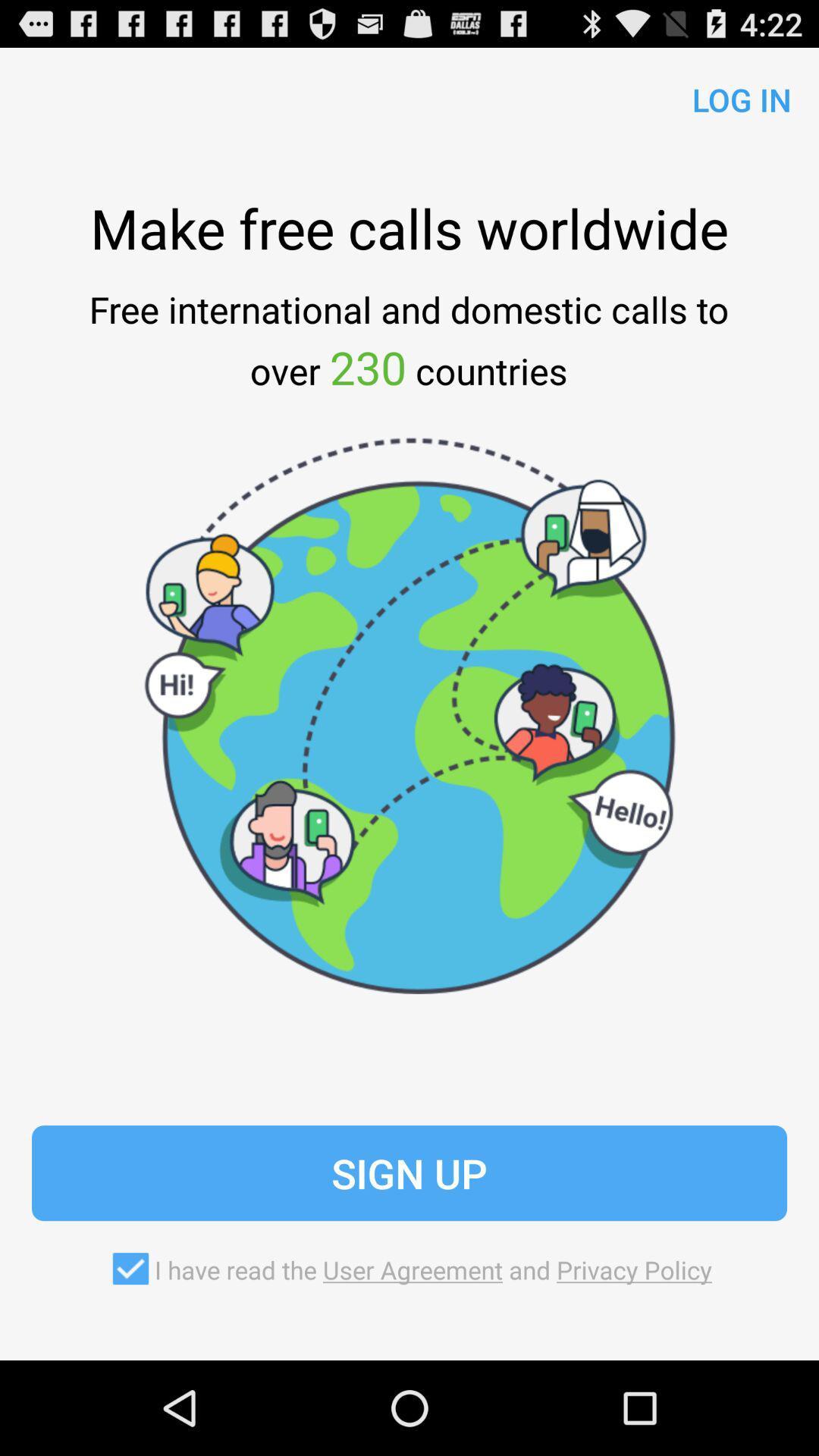  Describe the element at coordinates (409, 1172) in the screenshot. I see `the sign up item` at that location.